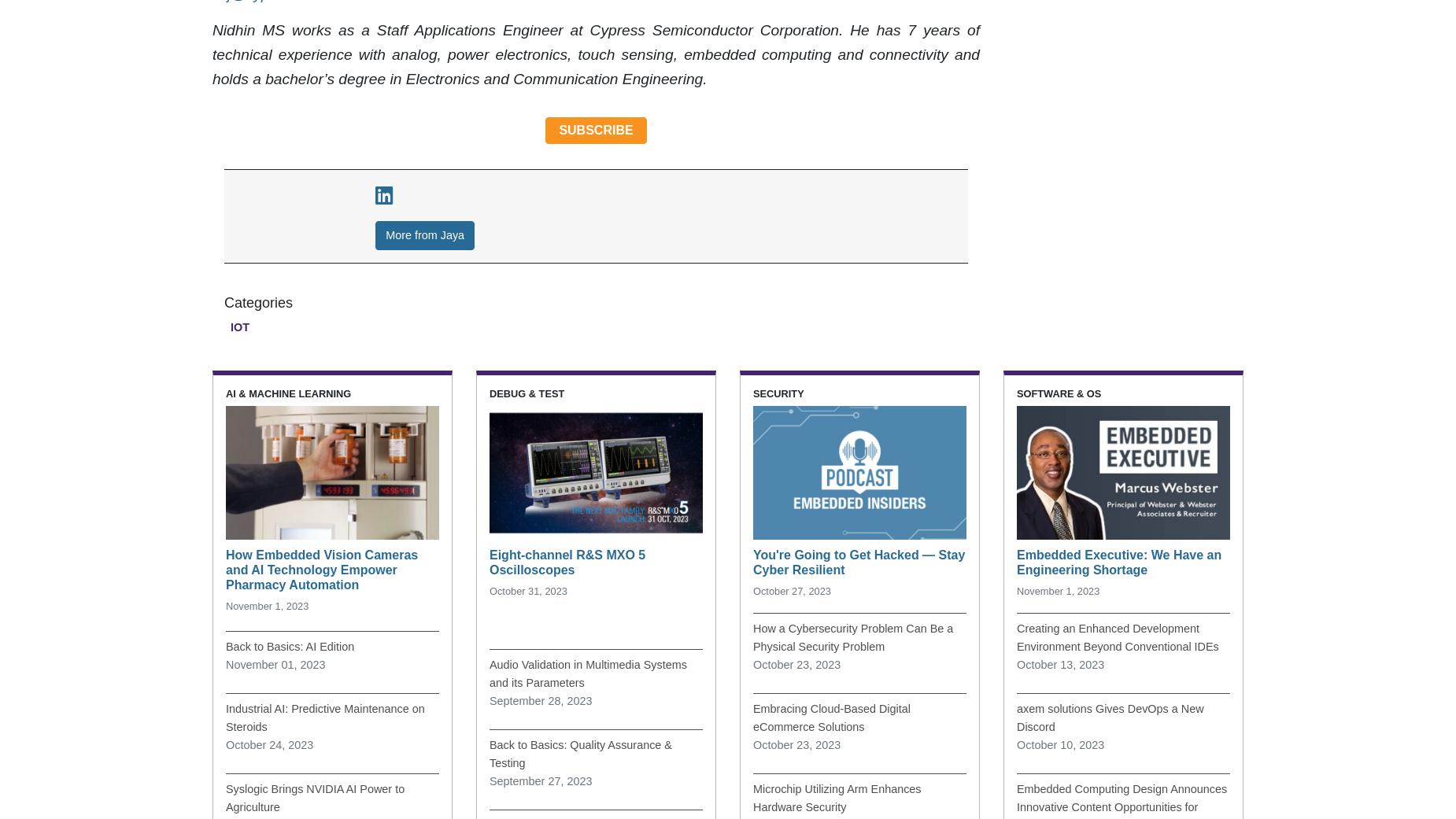 The height and width of the screenshot is (819, 1456). Describe the element at coordinates (323, 716) in the screenshot. I see `'Industrial AI: Predictive Maintenance on Steroids'` at that location.